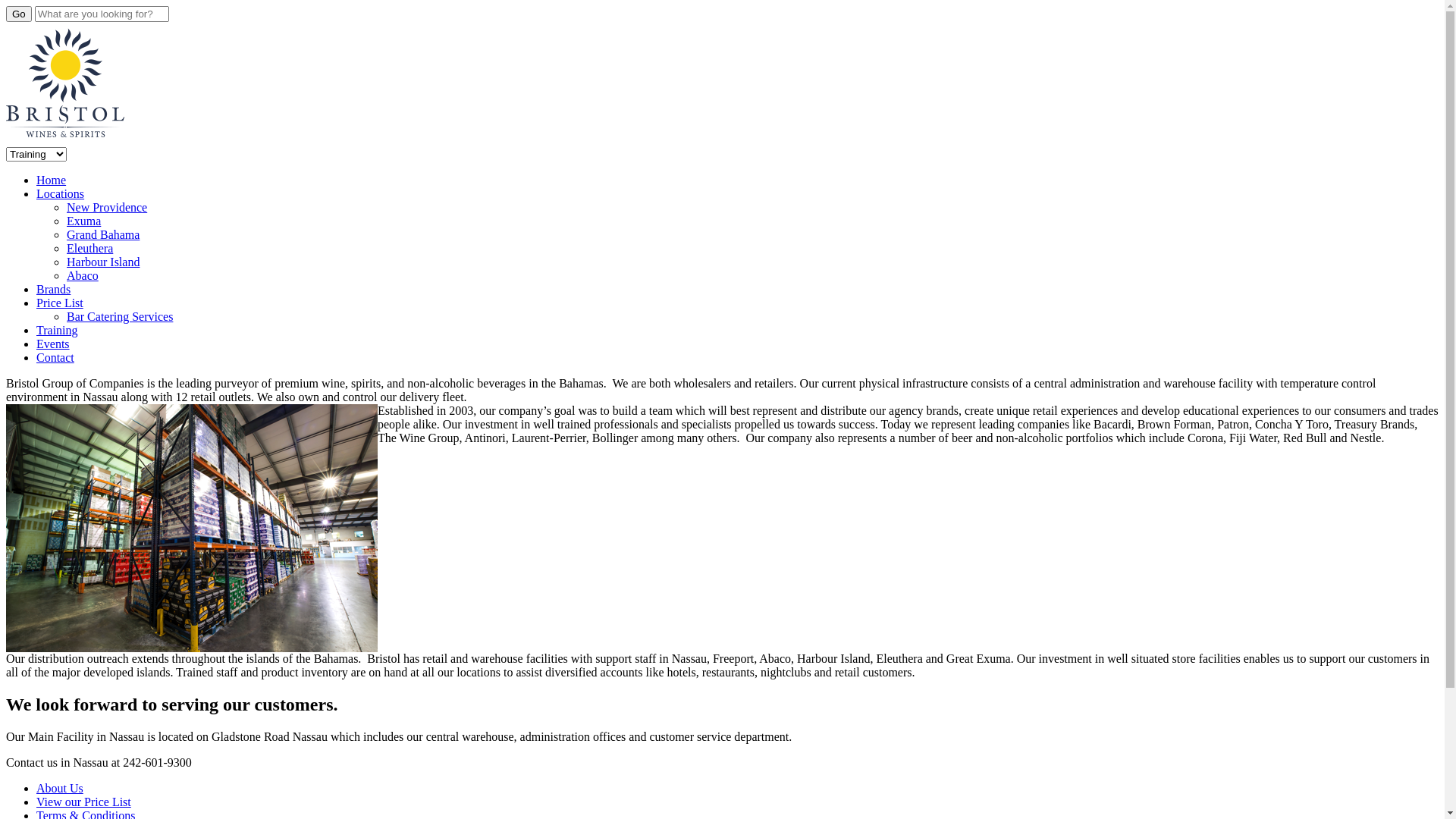  I want to click on 'Events', so click(53, 344).